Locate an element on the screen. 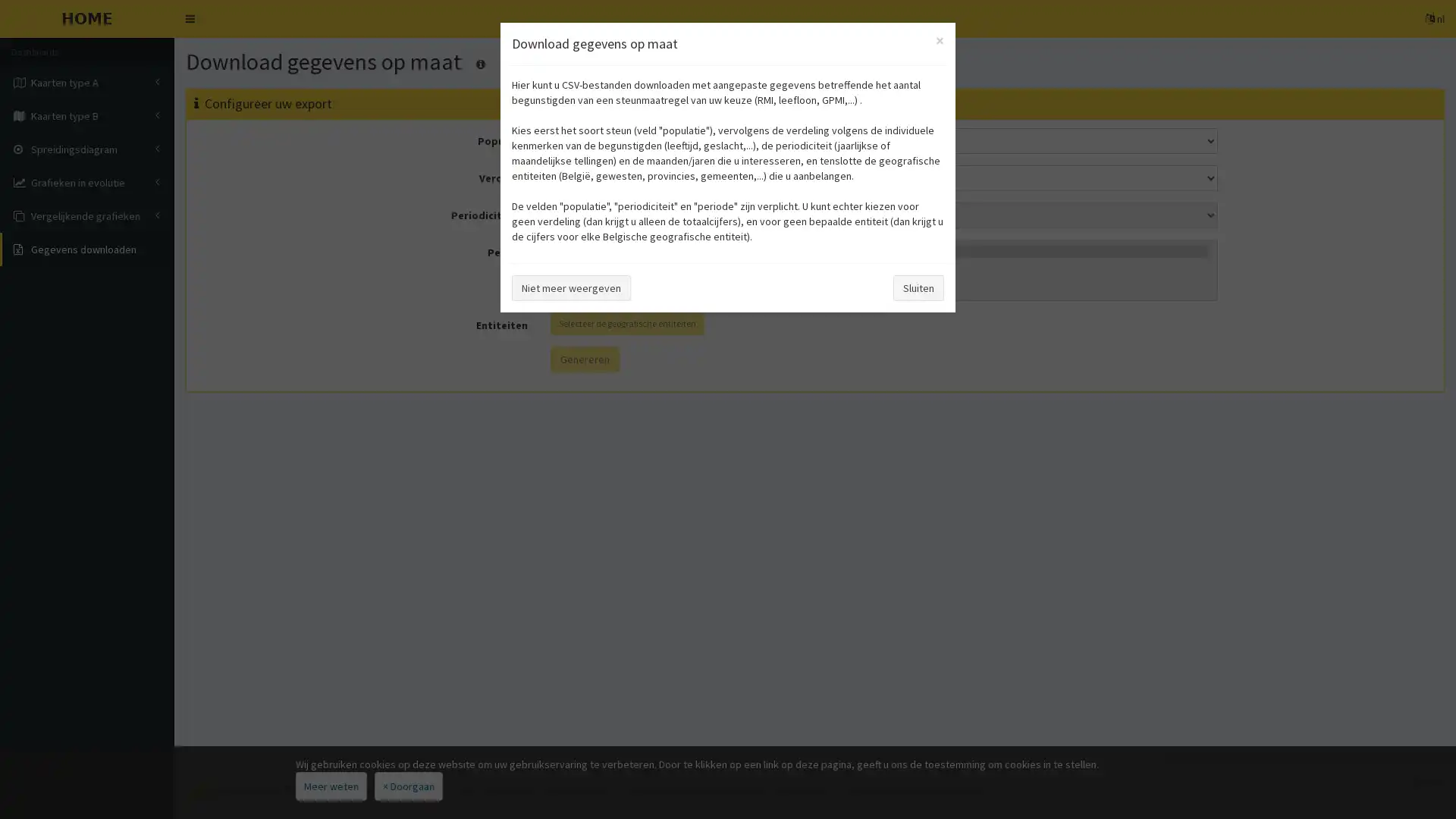 The image size is (1456, 819). Niet meer weergeven is located at coordinates (570, 287).